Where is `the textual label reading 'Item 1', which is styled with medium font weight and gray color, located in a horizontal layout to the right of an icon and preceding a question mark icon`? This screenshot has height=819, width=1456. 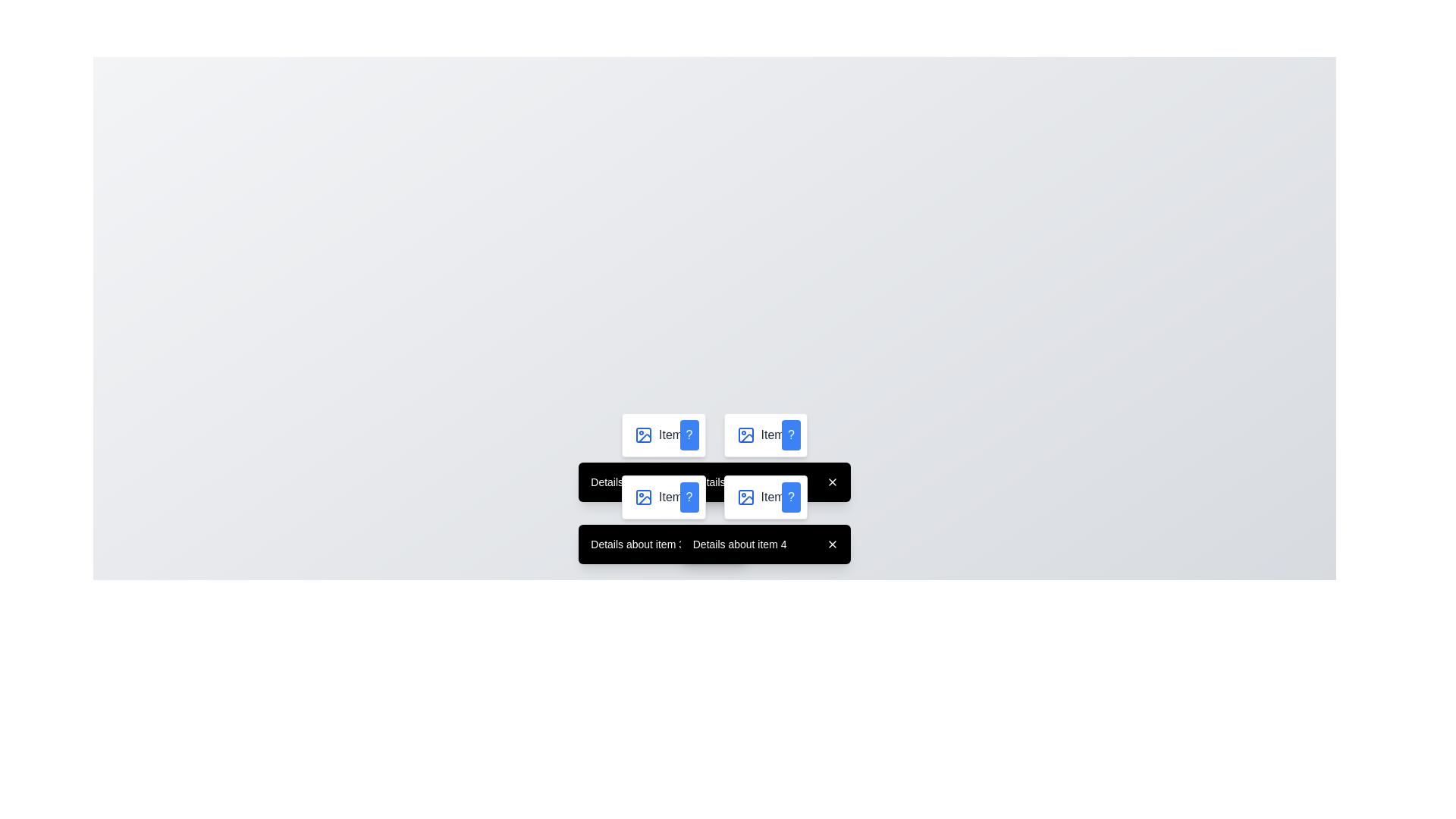
the textual label reading 'Item 1', which is styled with medium font weight and gray color, located in a horizontal layout to the right of an icon and preceding a question mark icon is located at coordinates (675, 435).